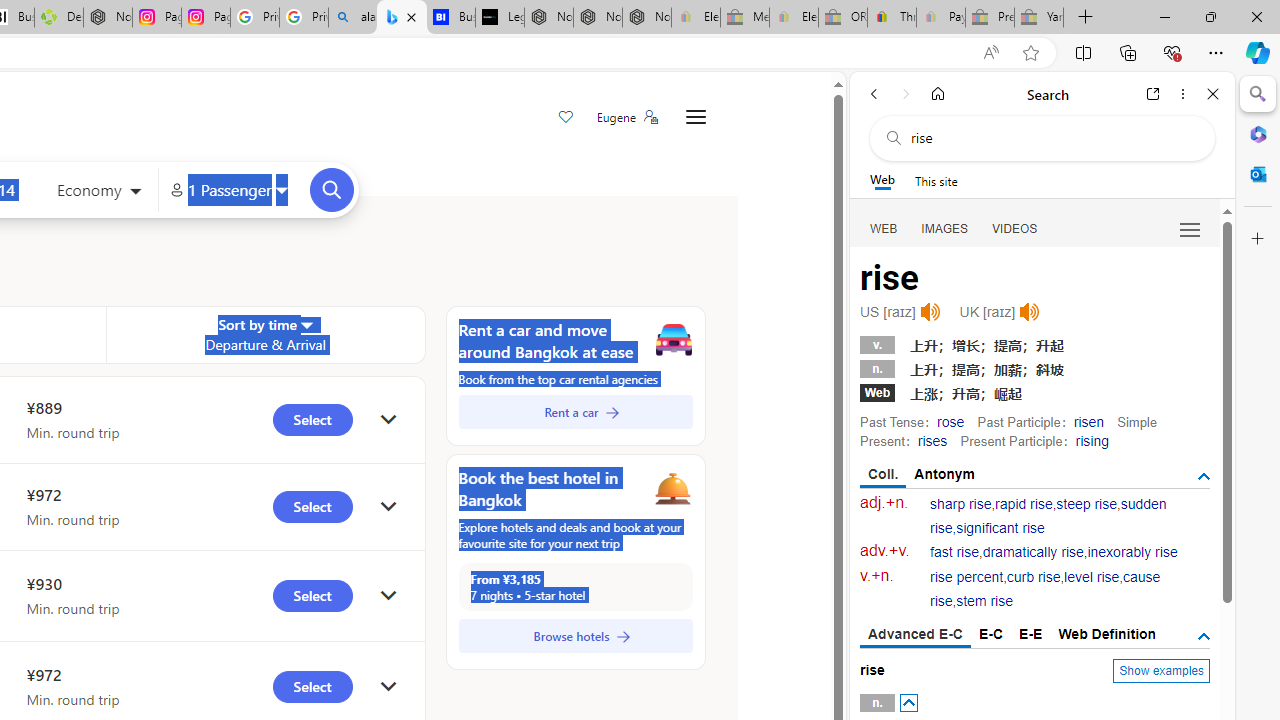  I want to click on 'curb rise', so click(1033, 577).